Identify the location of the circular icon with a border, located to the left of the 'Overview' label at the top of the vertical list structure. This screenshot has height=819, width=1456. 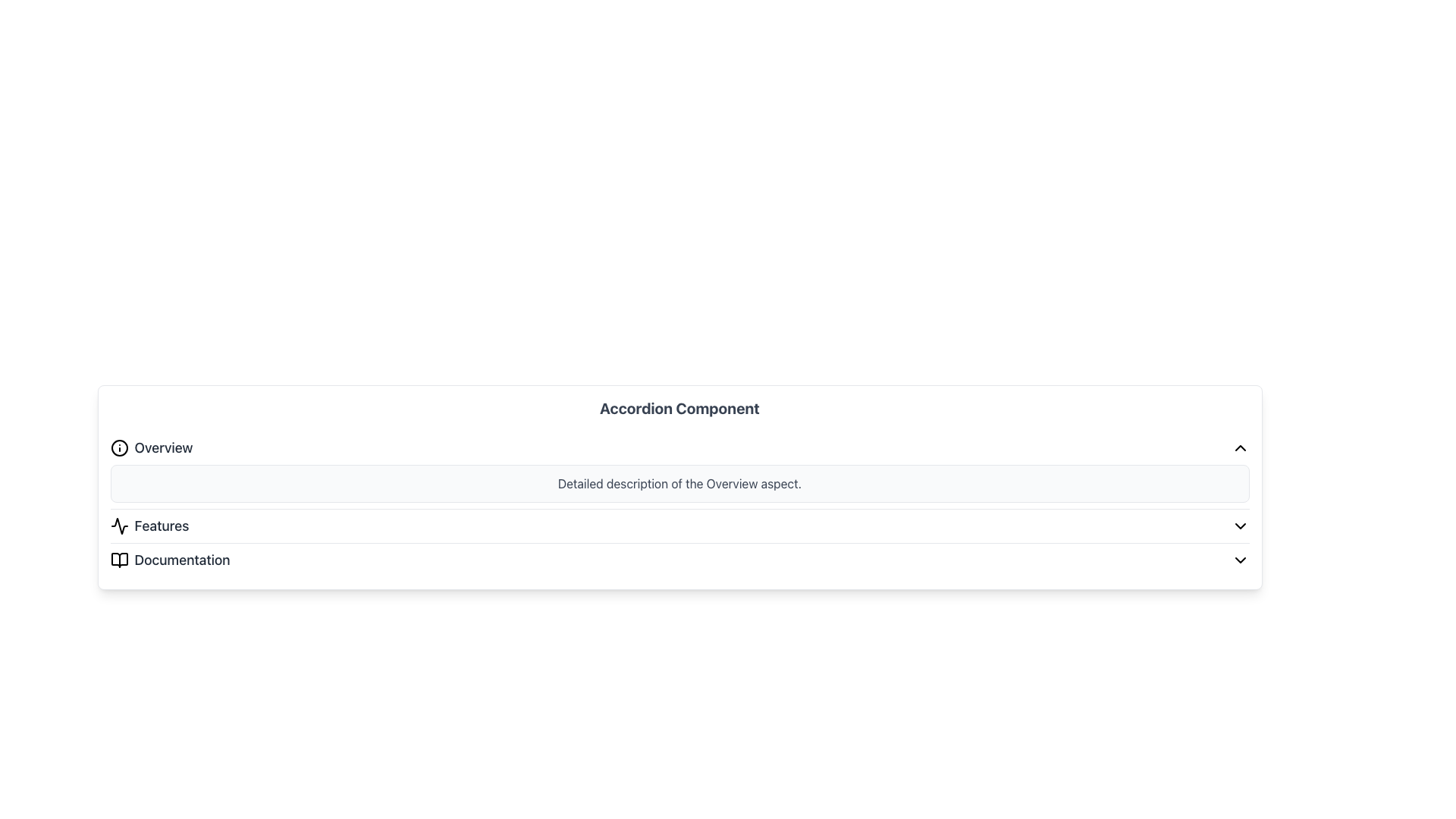
(118, 447).